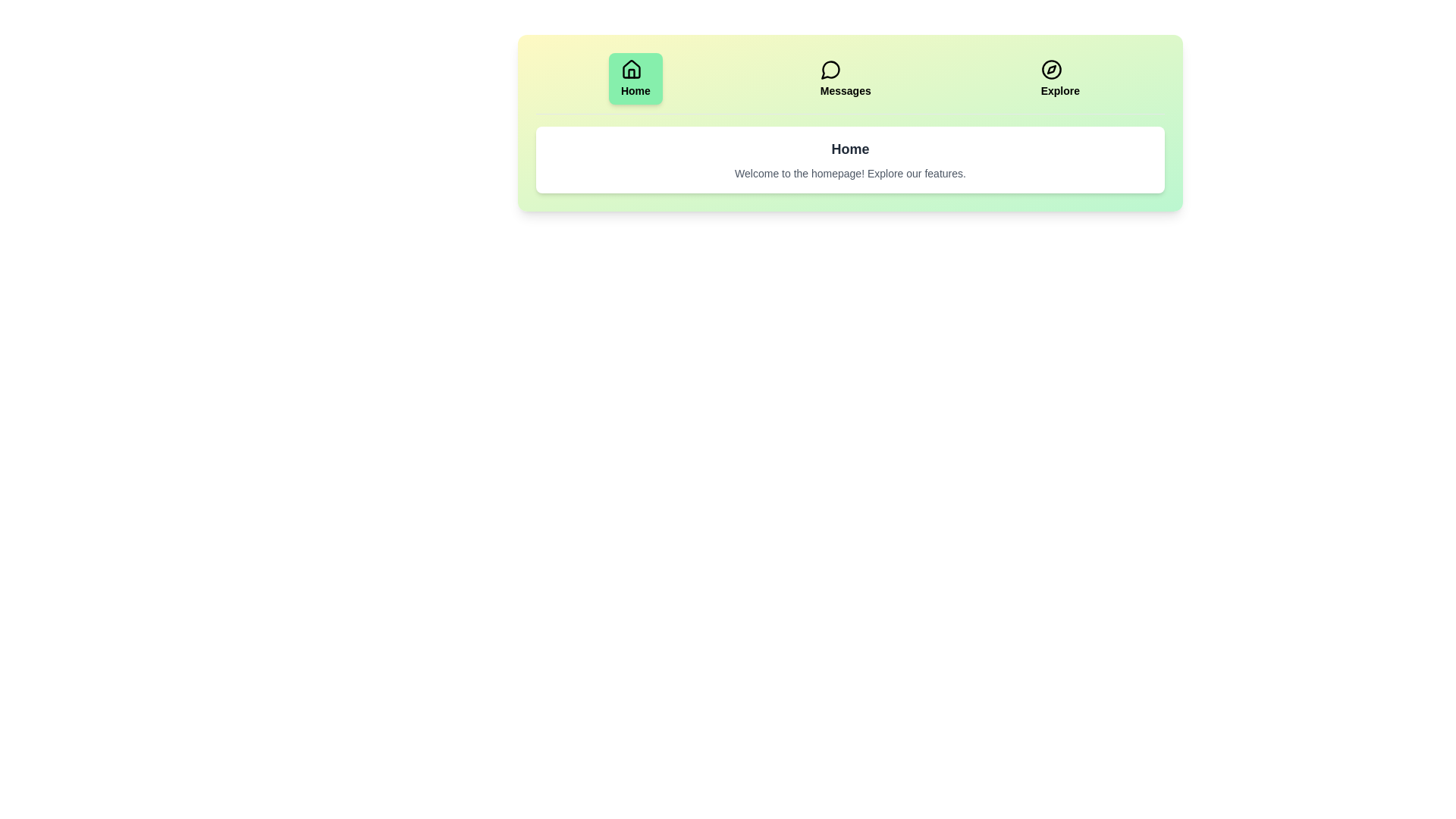  What do you see at coordinates (1059, 79) in the screenshot?
I see `the Explore tab` at bounding box center [1059, 79].